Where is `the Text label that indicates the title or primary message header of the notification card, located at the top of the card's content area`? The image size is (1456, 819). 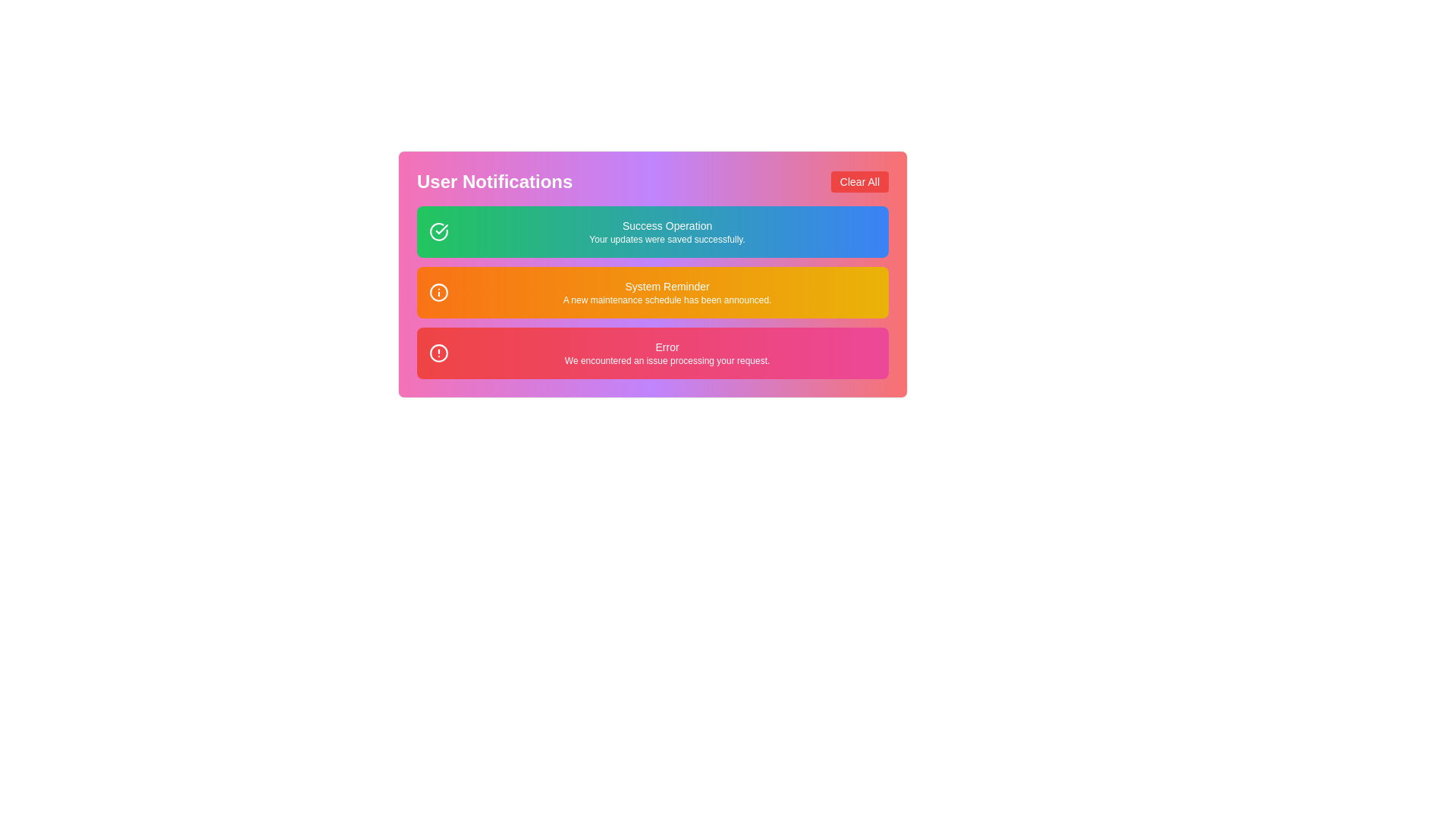 the Text label that indicates the title or primary message header of the notification card, located at the top of the card's content area is located at coordinates (667, 347).